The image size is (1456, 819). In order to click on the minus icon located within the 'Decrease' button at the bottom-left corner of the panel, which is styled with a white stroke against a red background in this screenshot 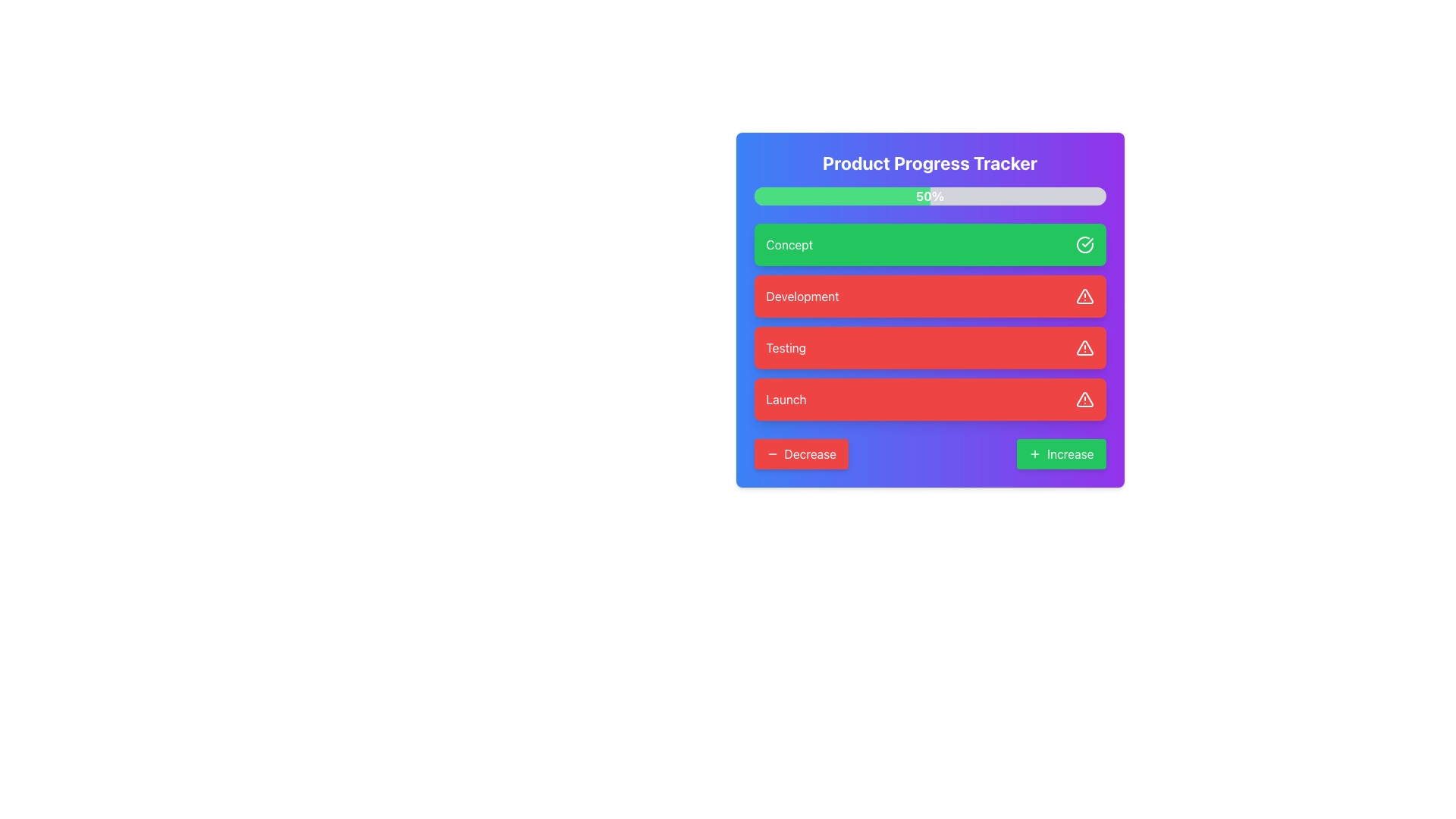, I will do `click(772, 453)`.